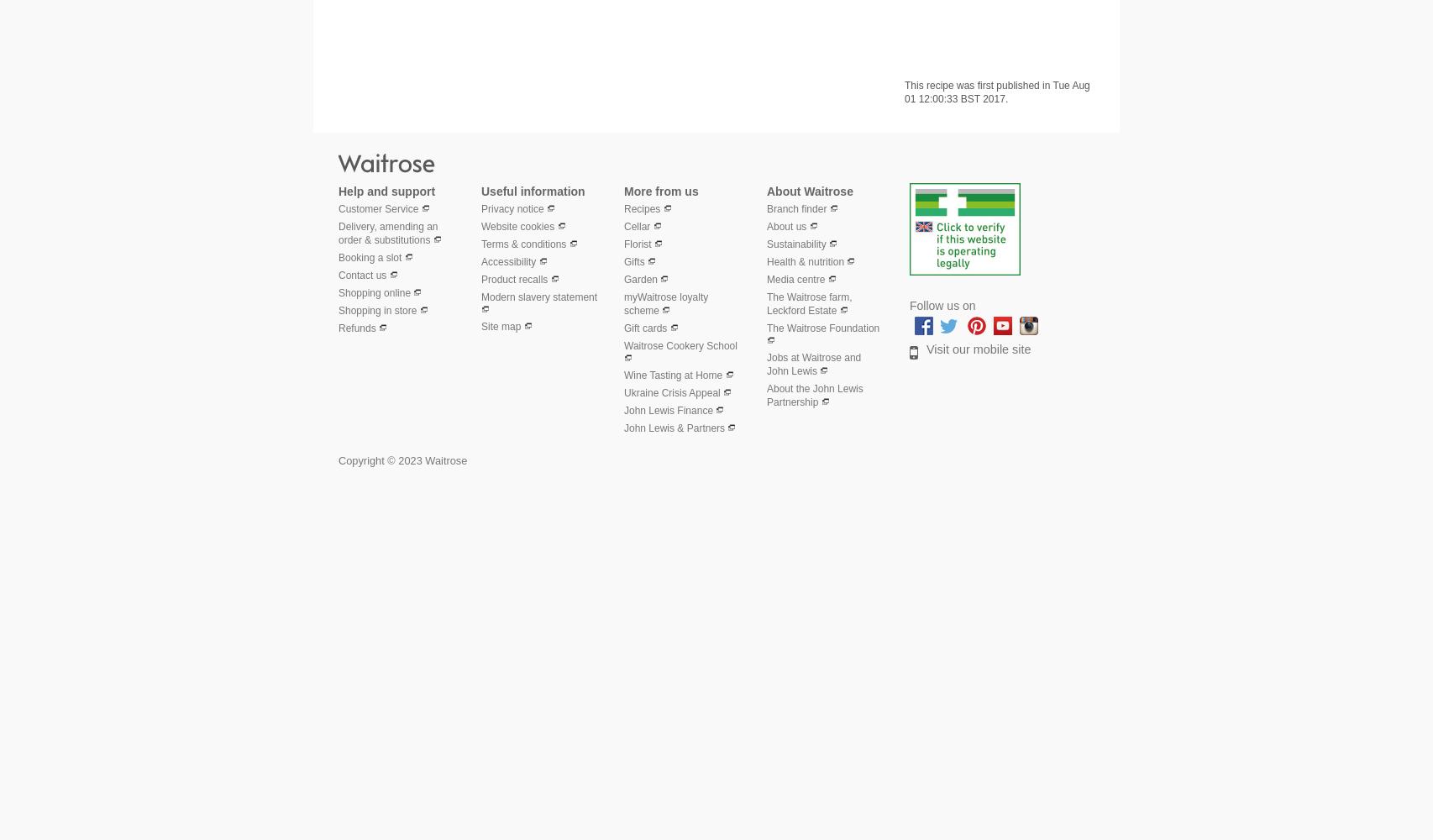 The height and width of the screenshot is (840, 1433). I want to click on 'Pinterest', so click(1015, 323).